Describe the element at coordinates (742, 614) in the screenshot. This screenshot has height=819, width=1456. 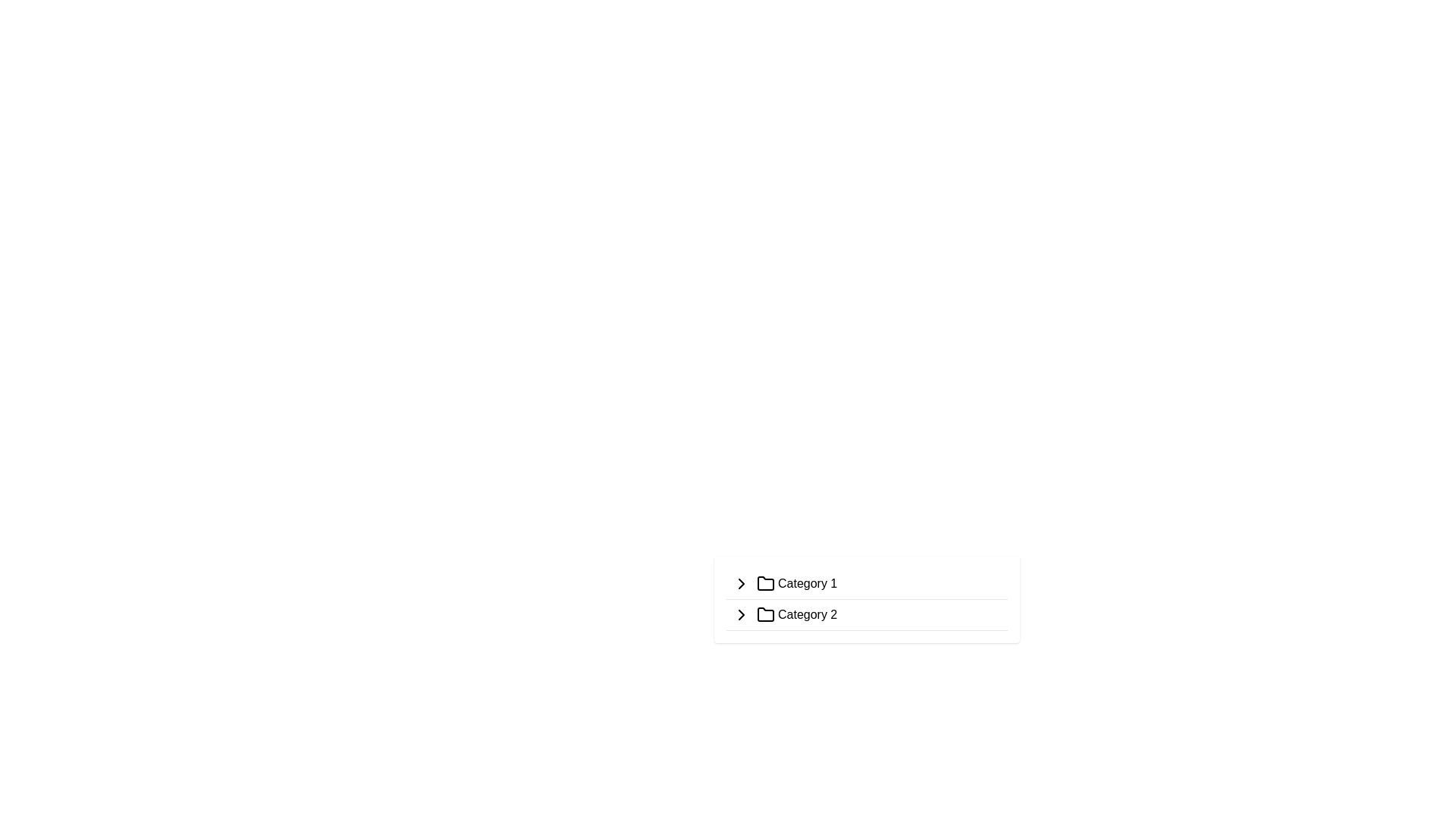
I see `the button` at that location.